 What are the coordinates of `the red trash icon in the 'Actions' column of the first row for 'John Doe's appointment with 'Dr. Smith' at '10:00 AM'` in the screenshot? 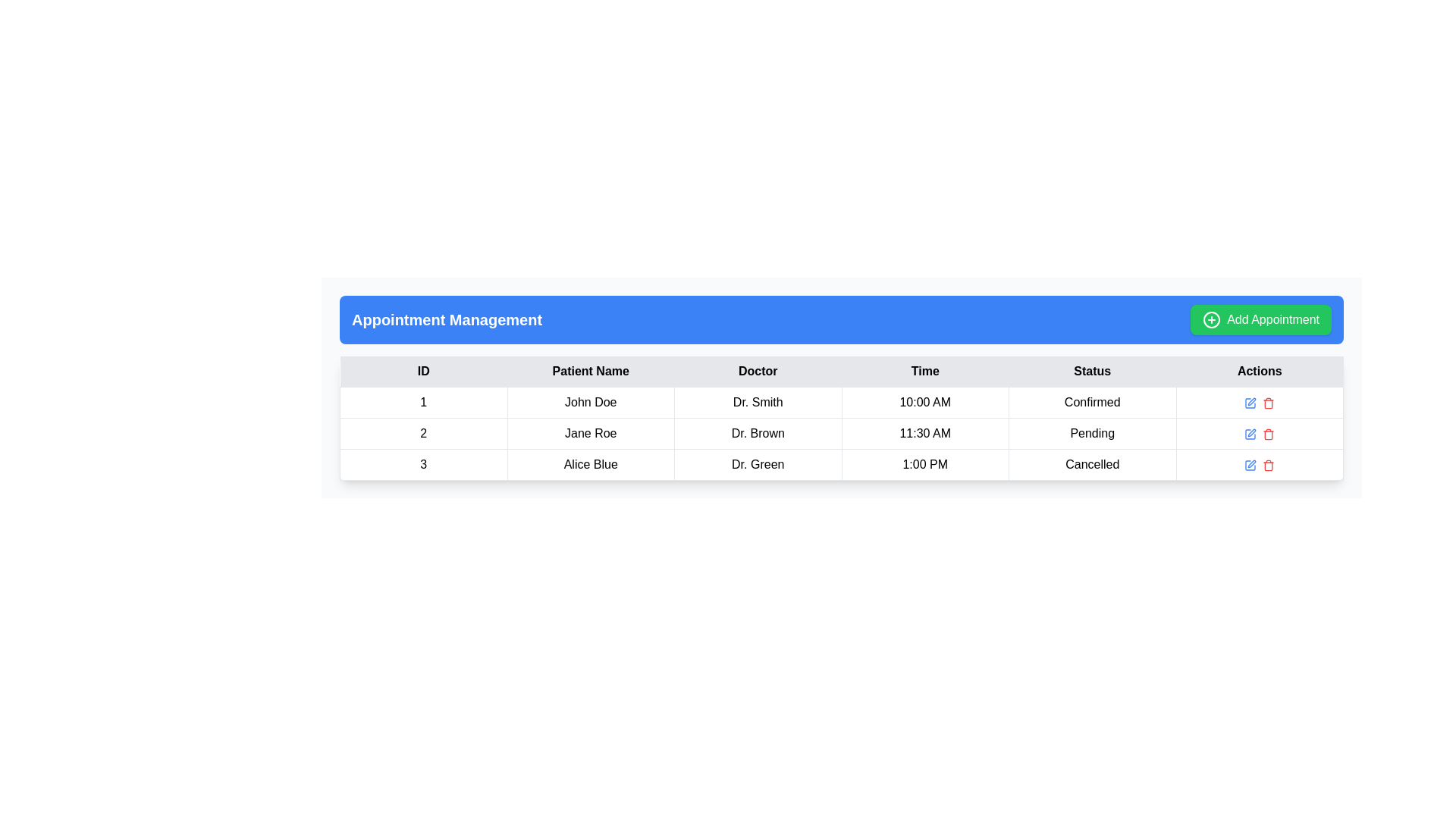 It's located at (1260, 402).